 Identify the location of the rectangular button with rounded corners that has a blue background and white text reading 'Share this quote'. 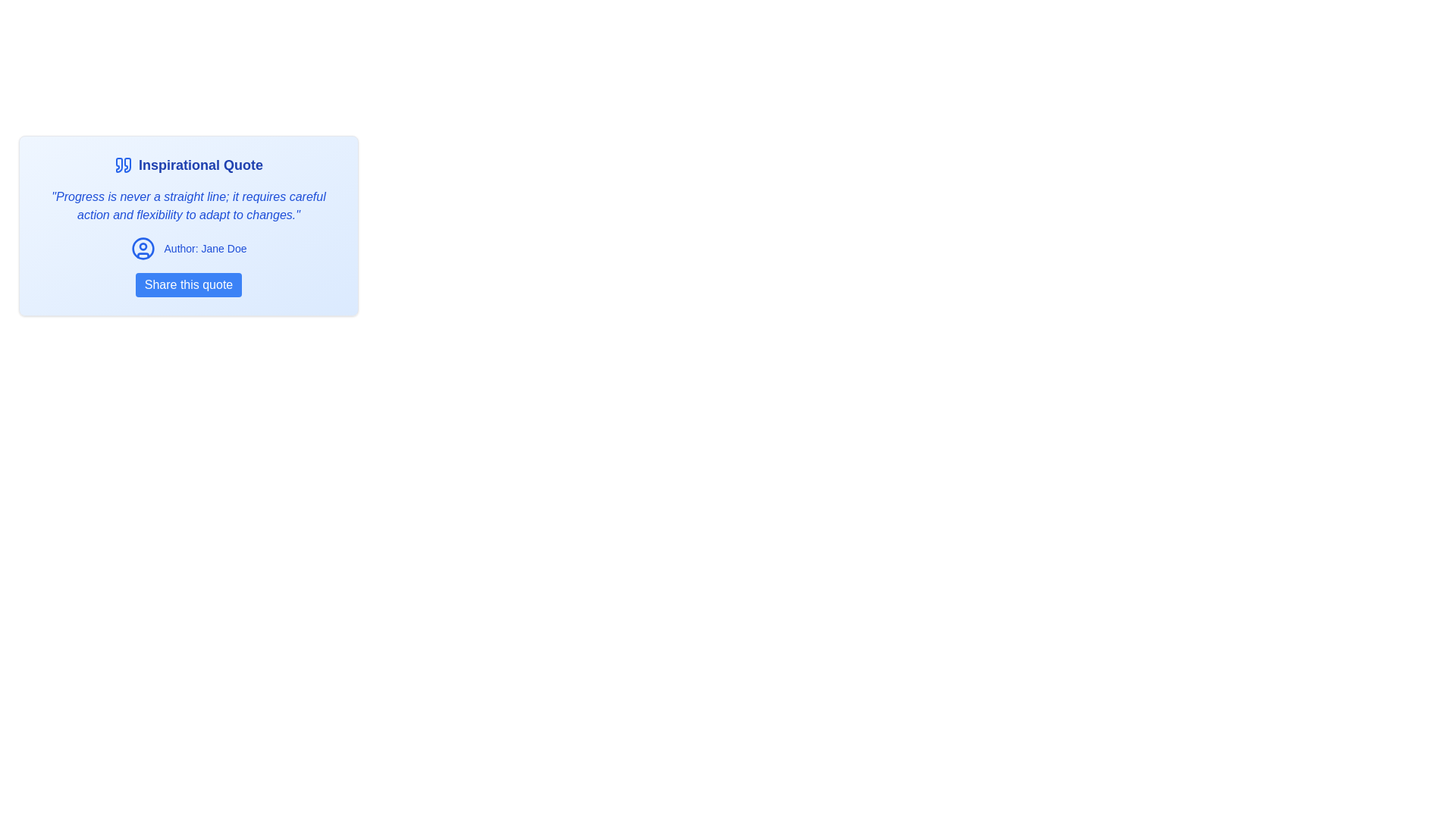
(188, 284).